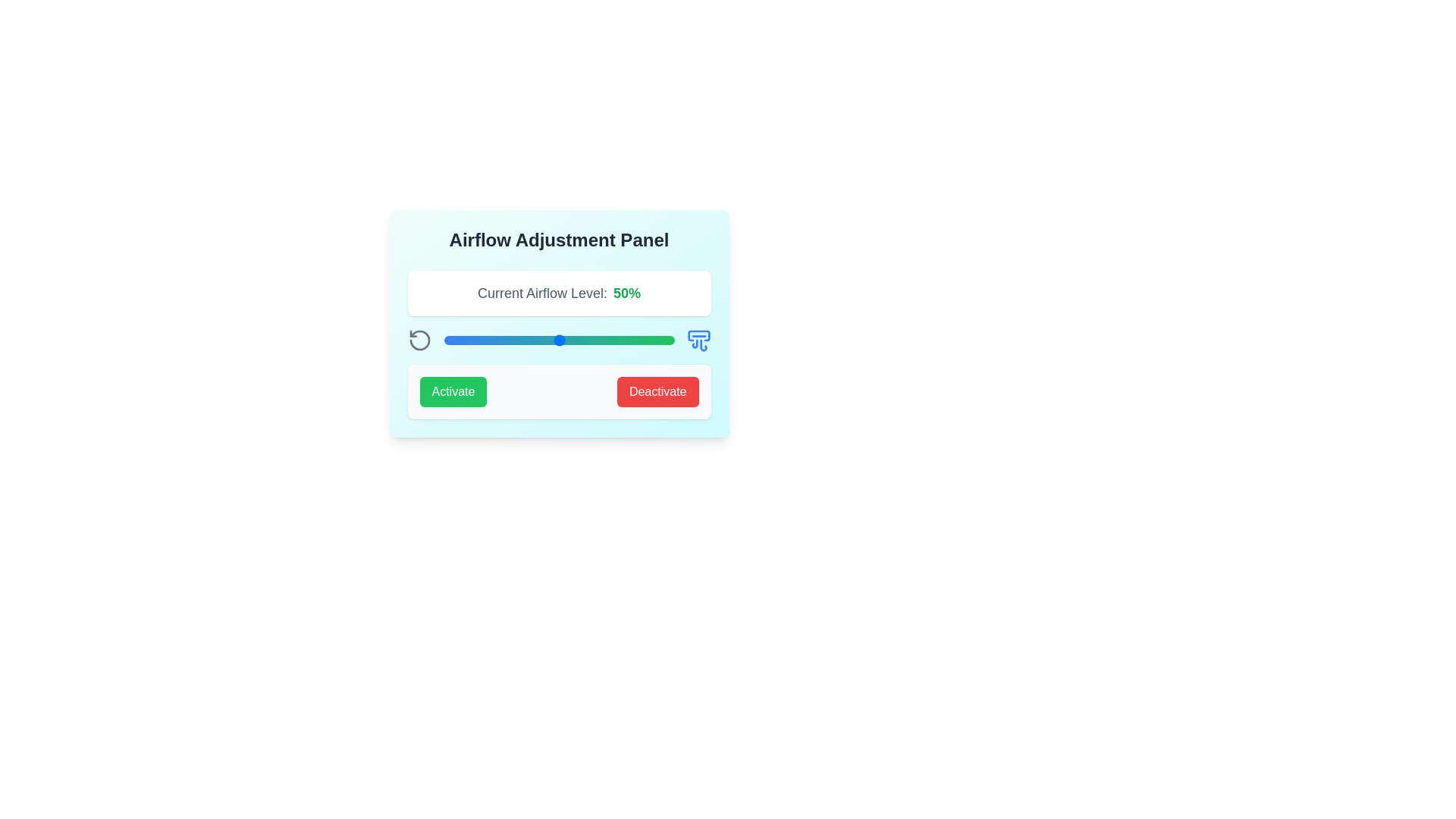  I want to click on the AirVent icon to interact with its functionality, so click(698, 339).